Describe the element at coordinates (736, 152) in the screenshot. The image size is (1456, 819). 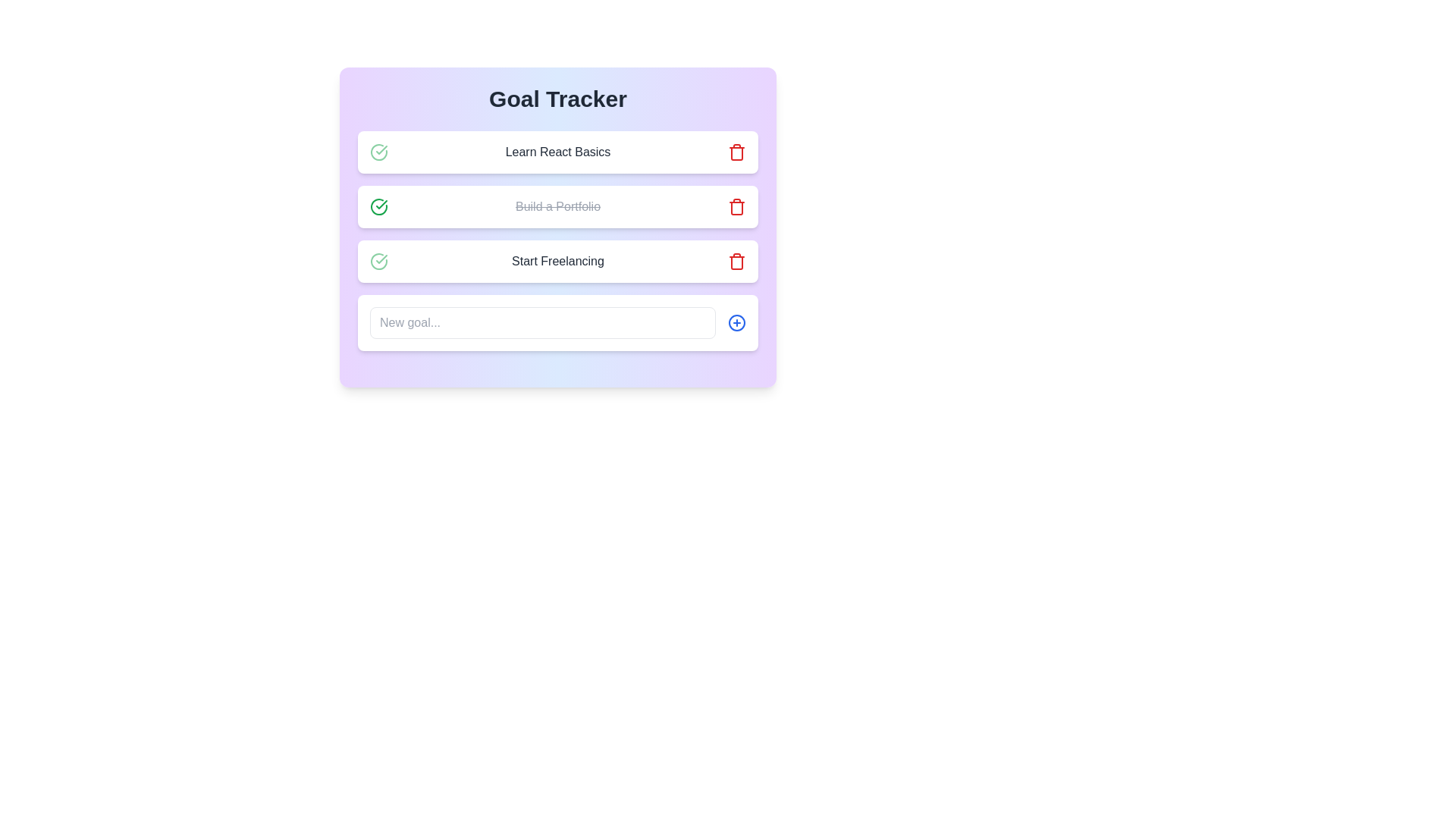
I see `delete button for the goal titled Learn React Basics` at that location.